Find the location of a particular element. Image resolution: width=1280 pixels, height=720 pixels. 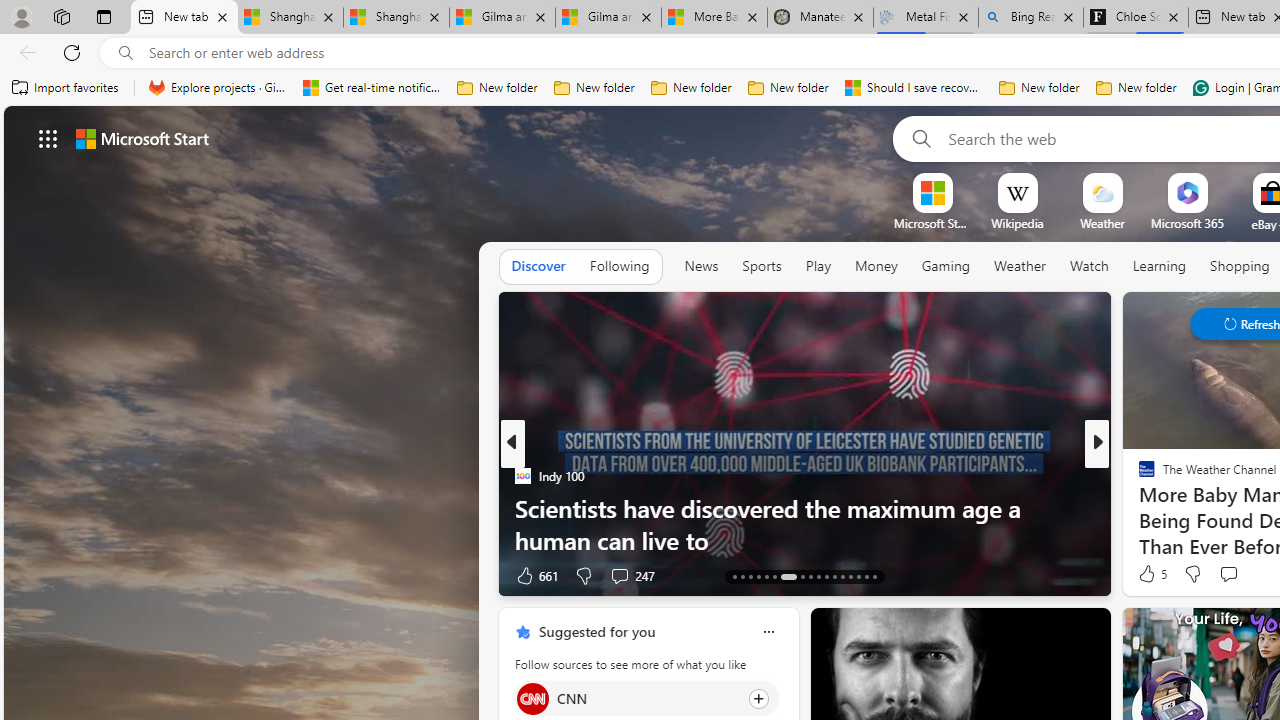

'AutomationID: tab-23' is located at coordinates (826, 577).